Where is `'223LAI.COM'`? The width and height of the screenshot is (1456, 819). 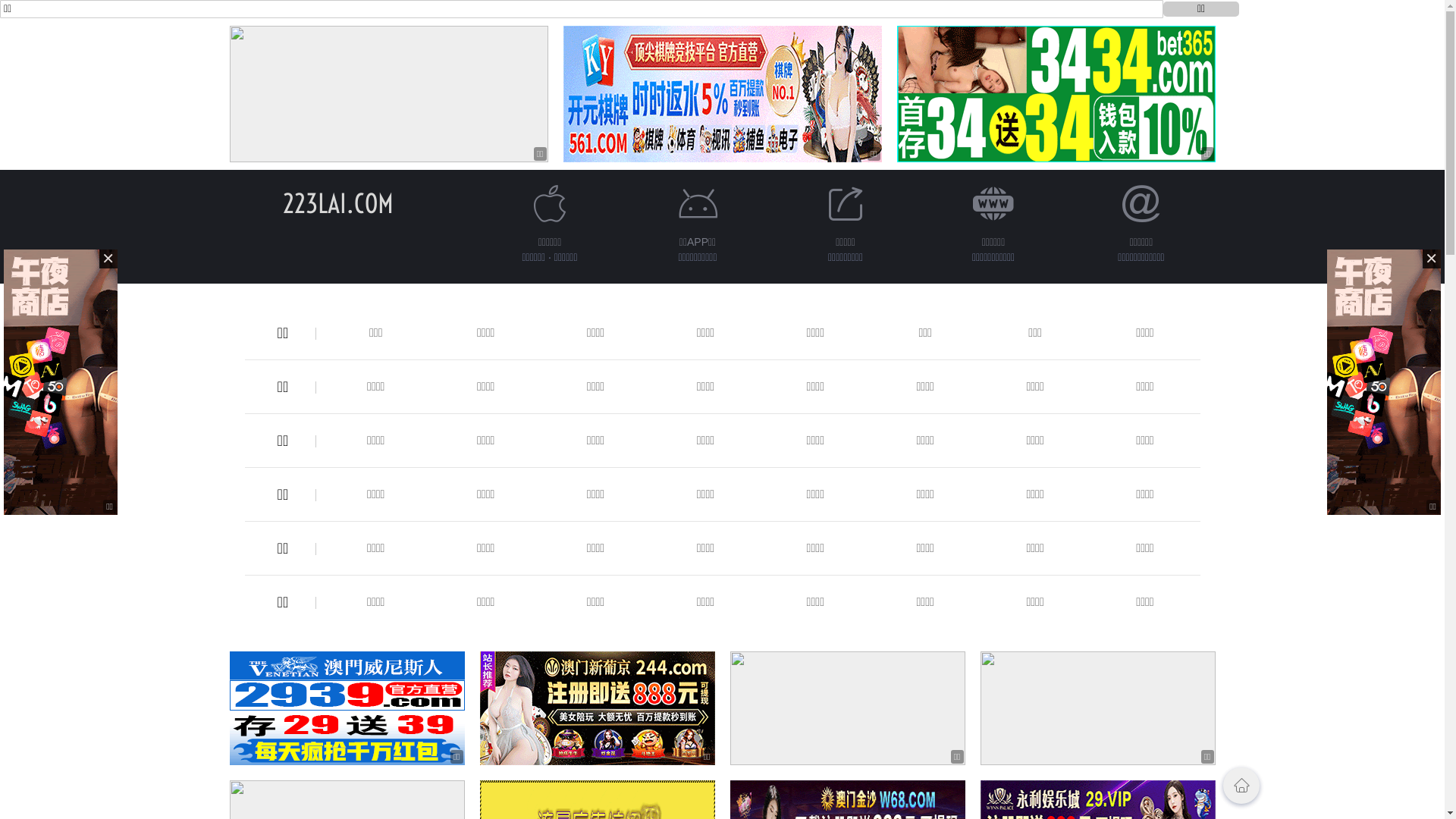 '223LAI.COM' is located at coordinates (337, 202).